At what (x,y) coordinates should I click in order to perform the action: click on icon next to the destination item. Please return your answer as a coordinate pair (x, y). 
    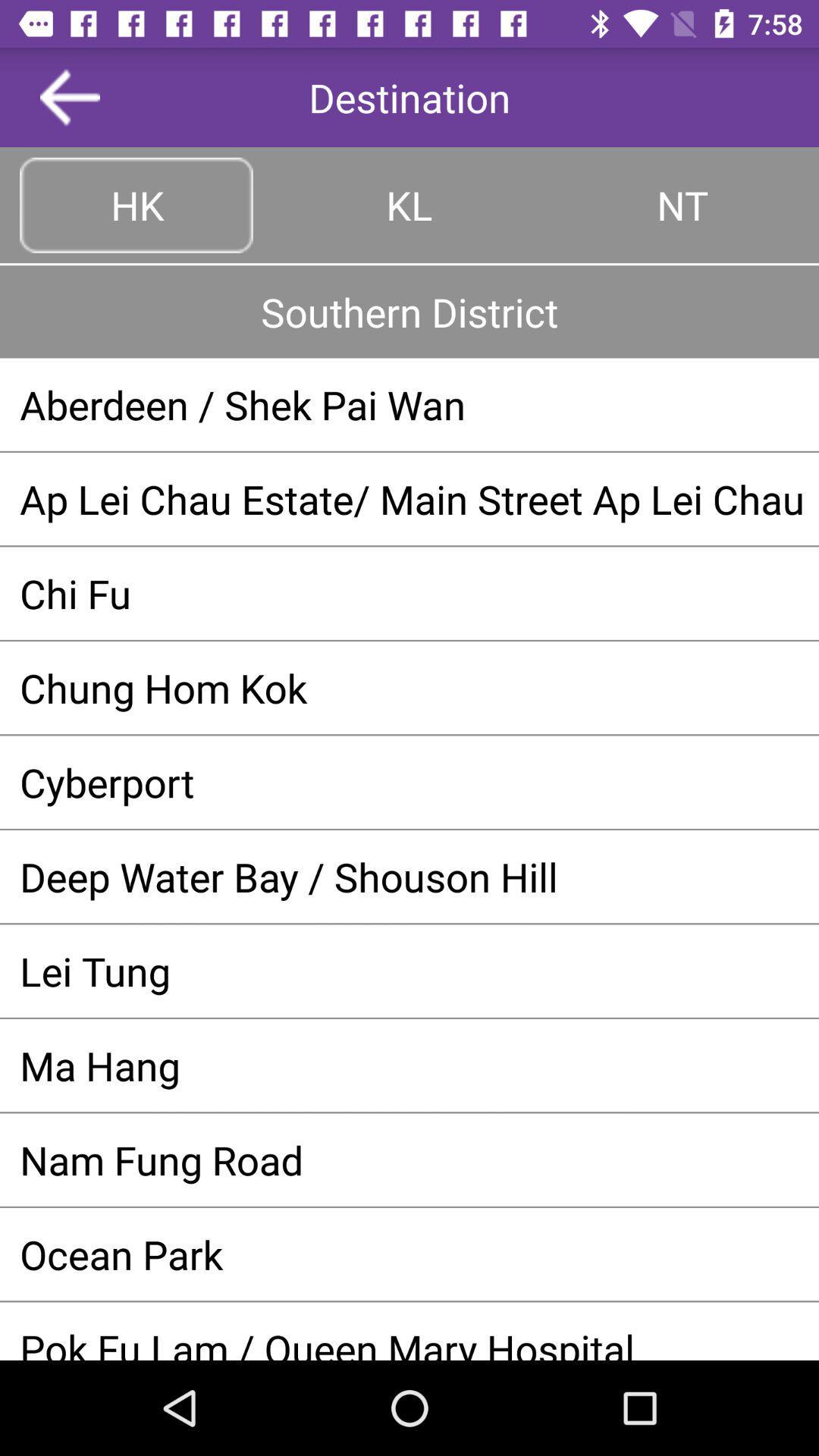
    Looking at the image, I should click on (70, 96).